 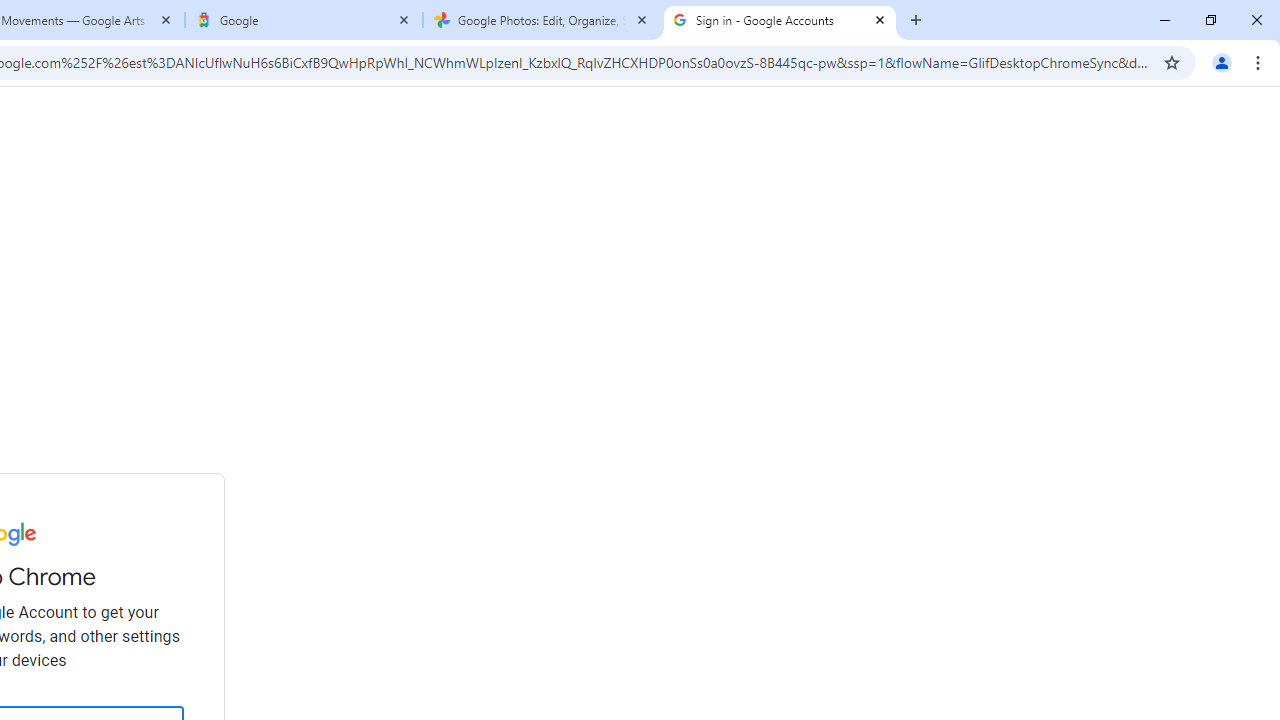 What do you see at coordinates (778, 20) in the screenshot?
I see `'Sign in - Google Accounts'` at bounding box center [778, 20].